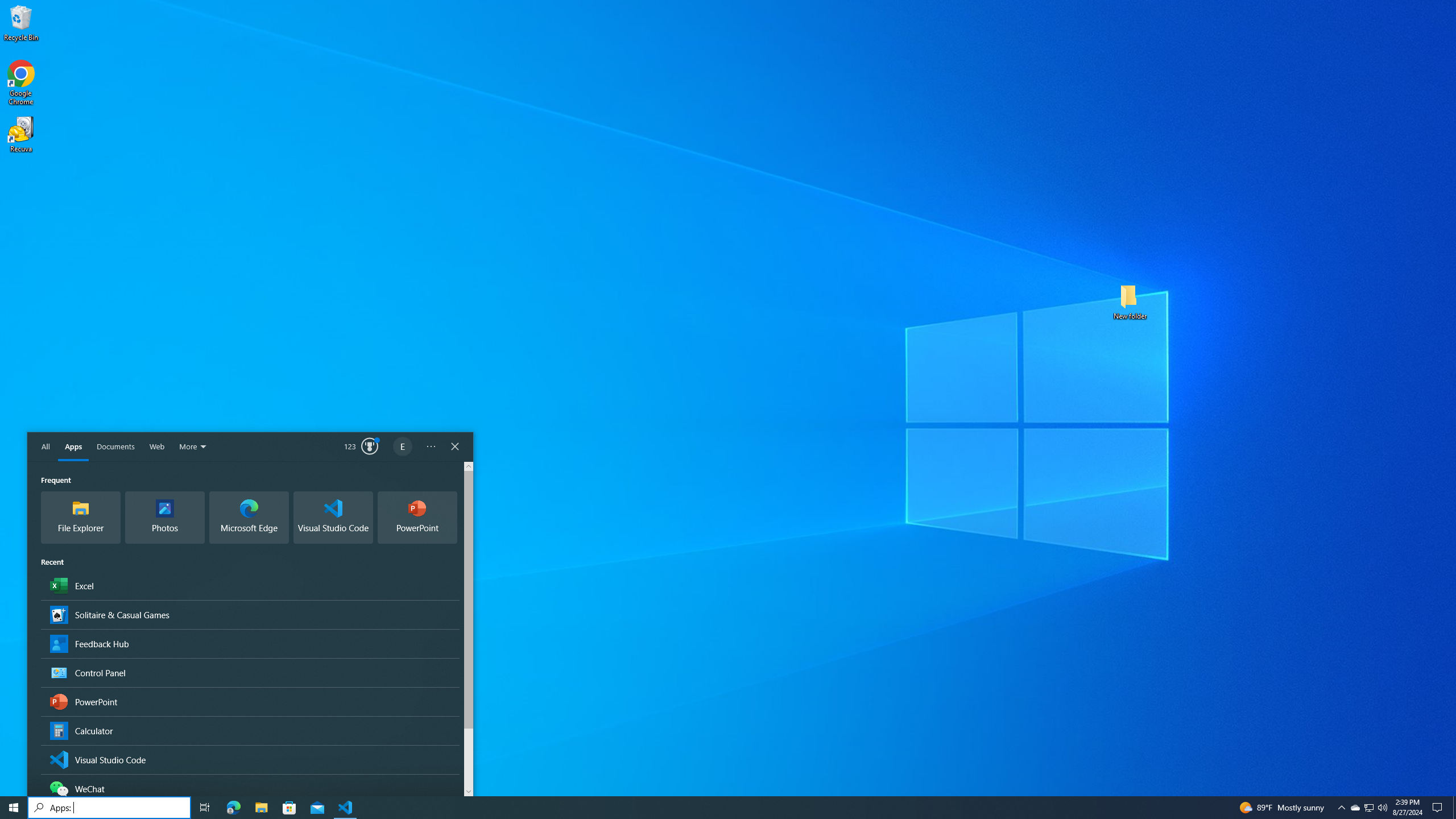  I want to click on 'Calculator, App', so click(250, 730).